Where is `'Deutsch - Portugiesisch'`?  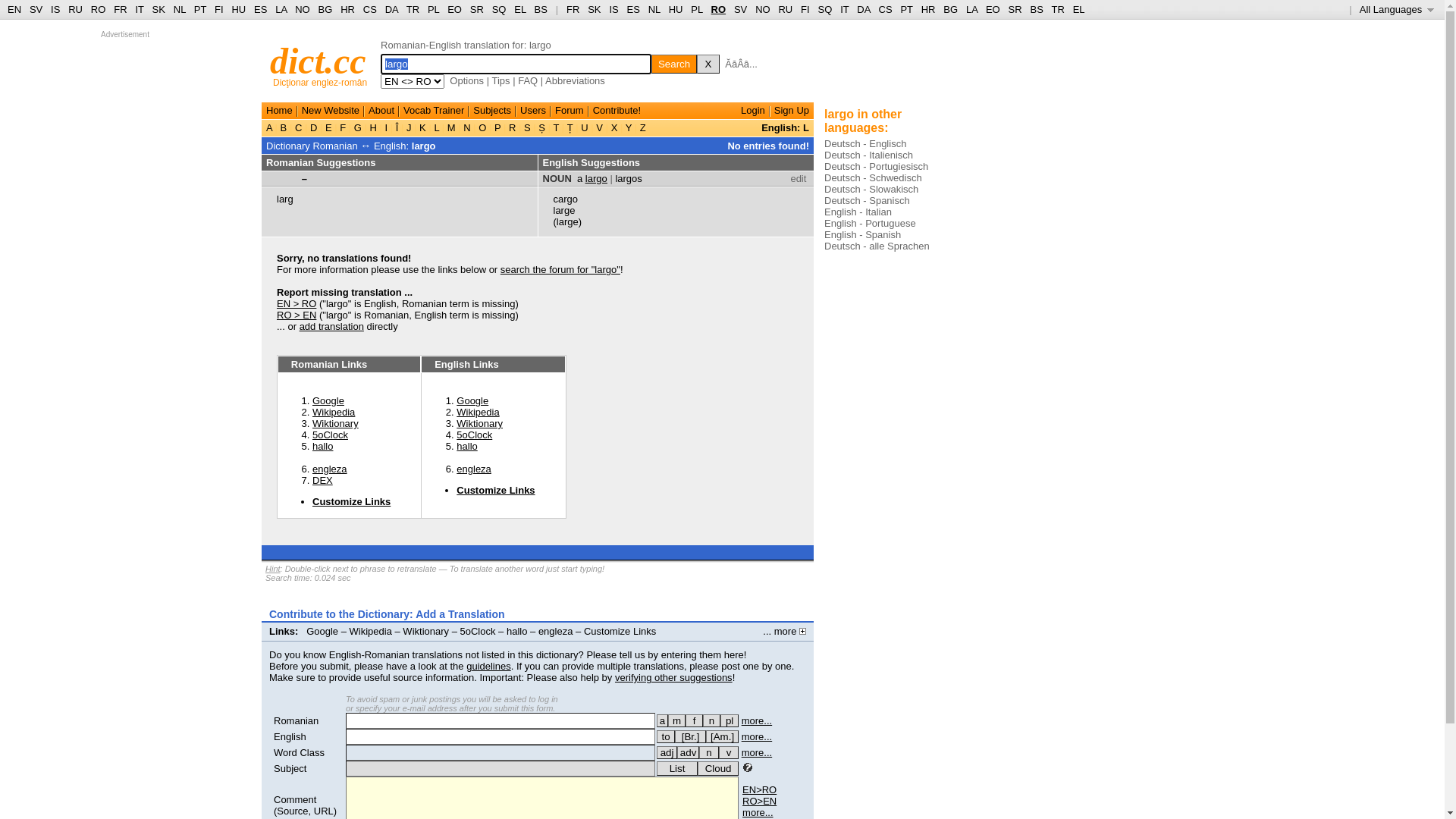
'Deutsch - Portugiesisch' is located at coordinates (876, 166).